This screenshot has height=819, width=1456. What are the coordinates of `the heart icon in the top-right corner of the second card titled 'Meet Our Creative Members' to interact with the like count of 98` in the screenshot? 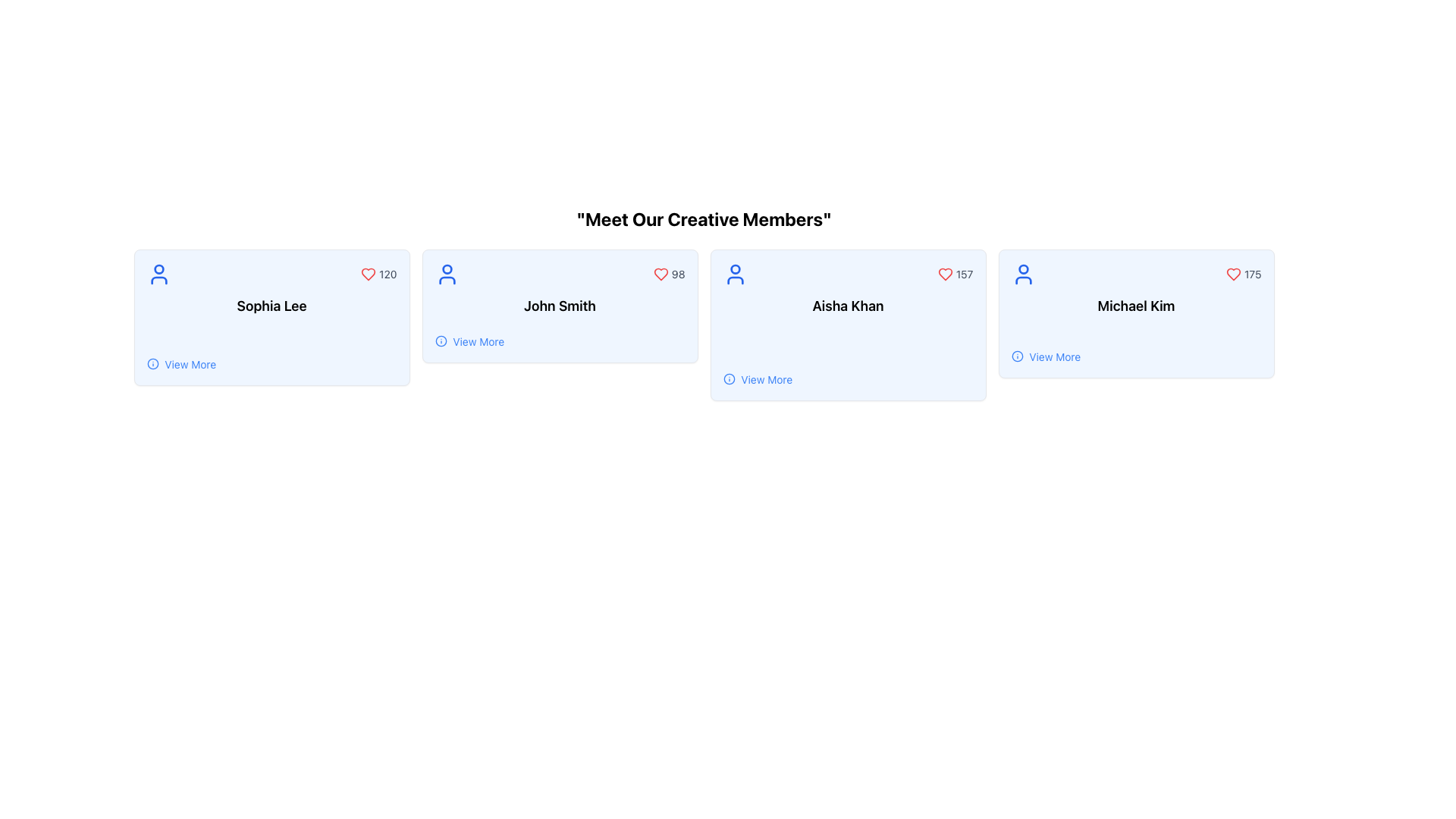 It's located at (668, 275).